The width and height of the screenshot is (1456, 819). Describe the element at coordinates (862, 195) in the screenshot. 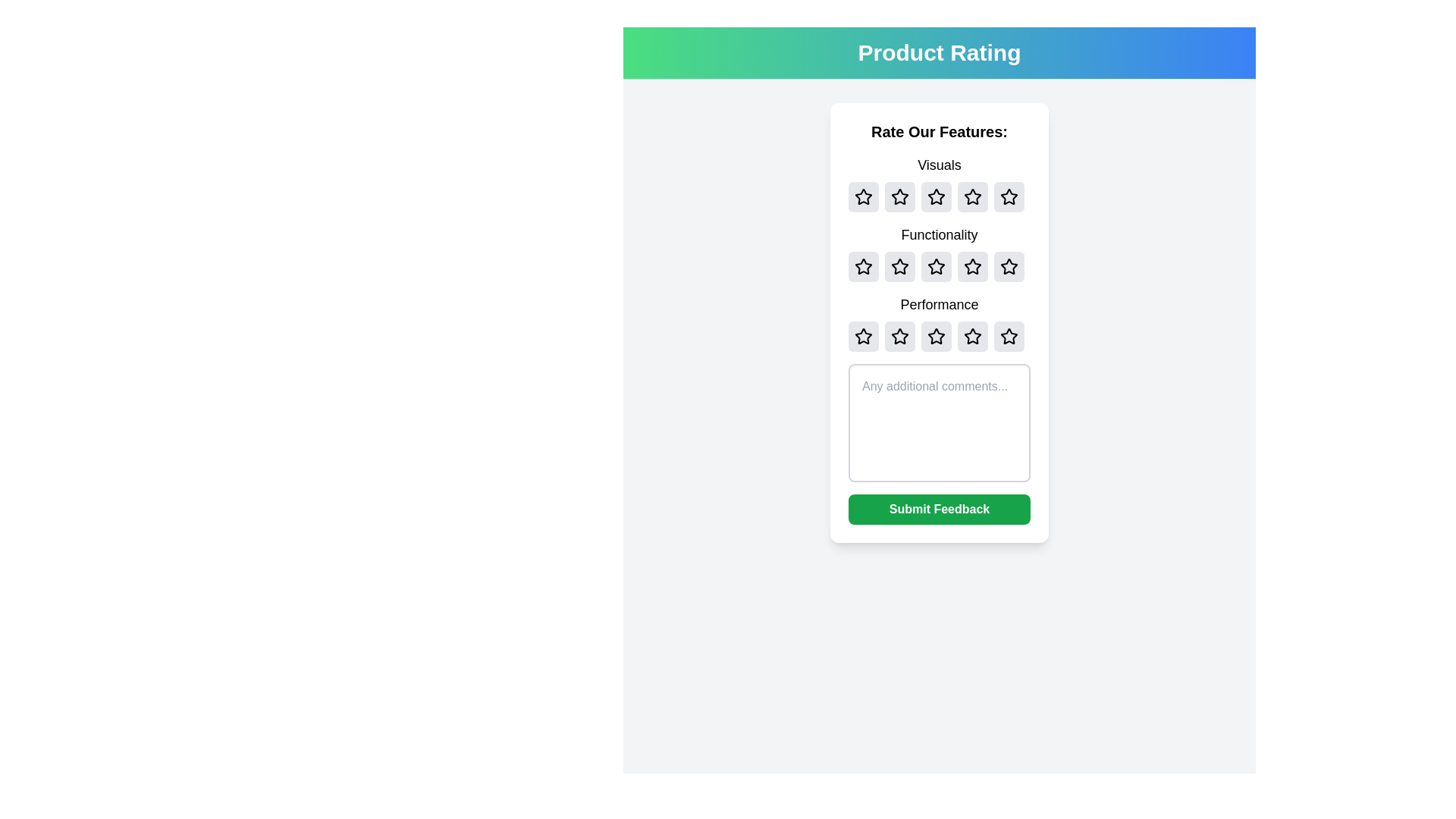

I see `the first star in the 'Visuals' rating section to provide a rating` at that location.